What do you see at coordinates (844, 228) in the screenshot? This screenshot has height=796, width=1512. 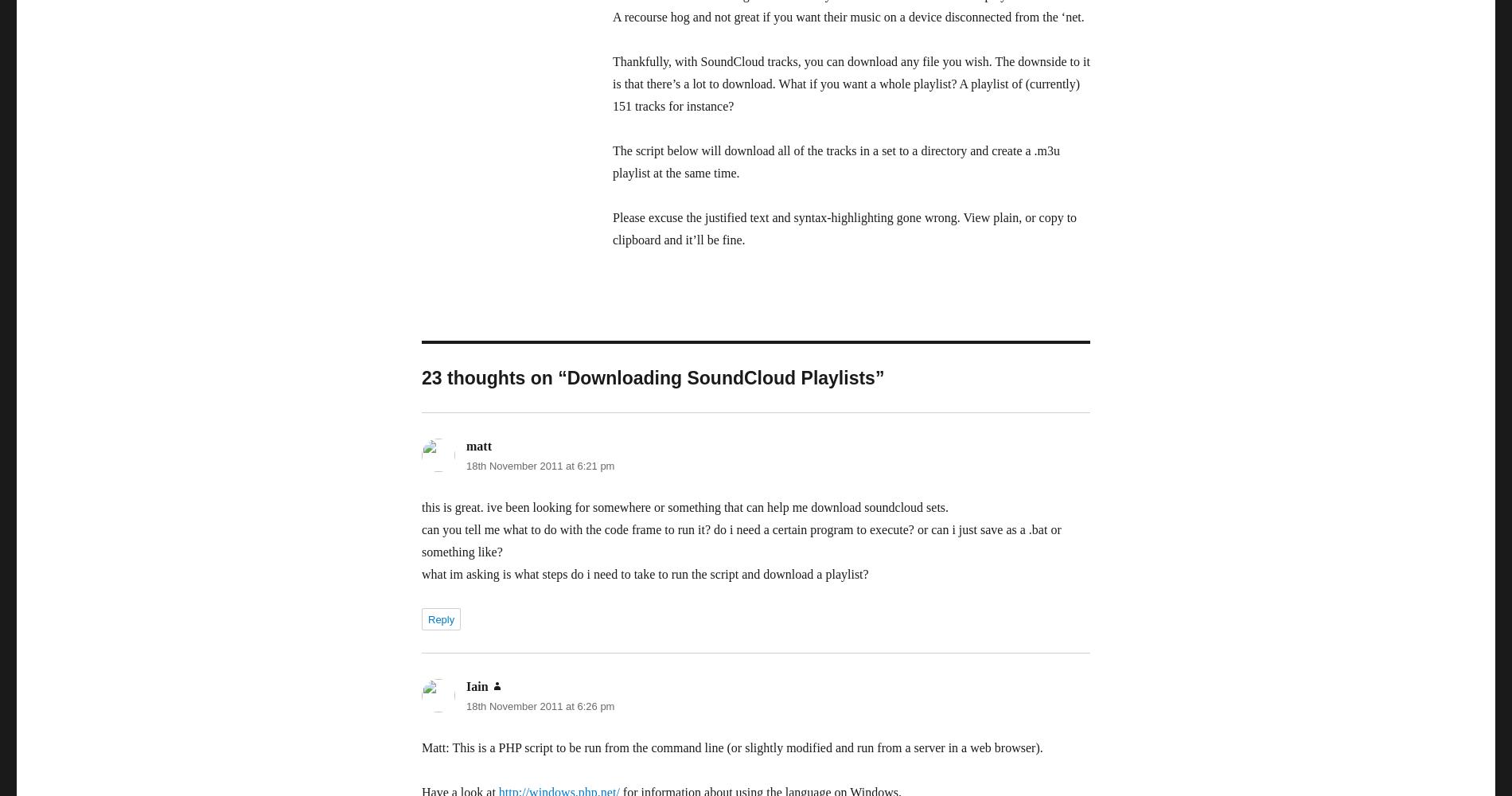 I see `'Please excuse the justified text and syntax-highlighting gone wrong. View plain, or copy to clipboard and it’ll be fine.'` at bounding box center [844, 228].